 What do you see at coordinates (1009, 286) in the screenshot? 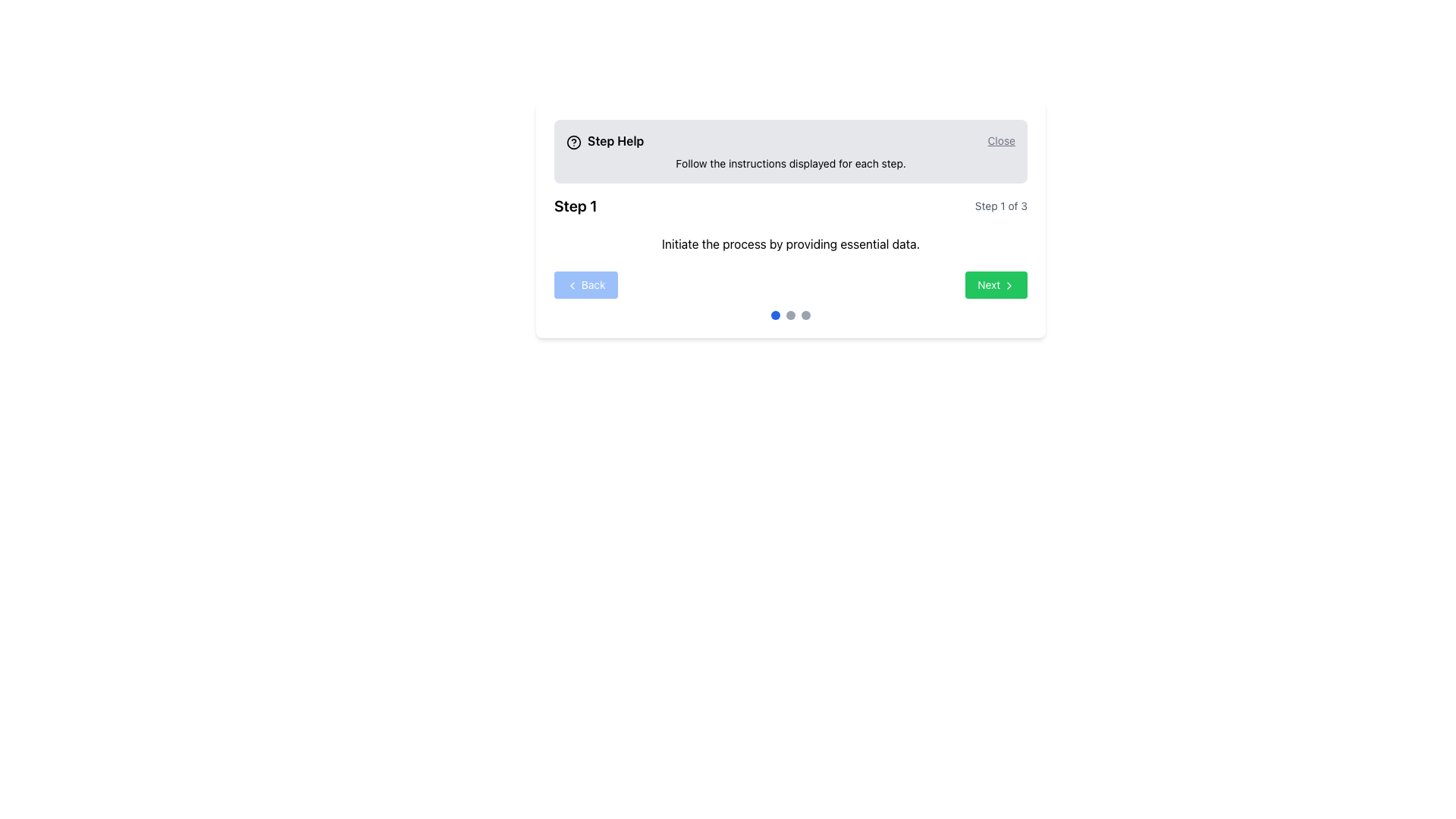
I see `the chevron icon on the right edge of the green 'Next' button` at bounding box center [1009, 286].